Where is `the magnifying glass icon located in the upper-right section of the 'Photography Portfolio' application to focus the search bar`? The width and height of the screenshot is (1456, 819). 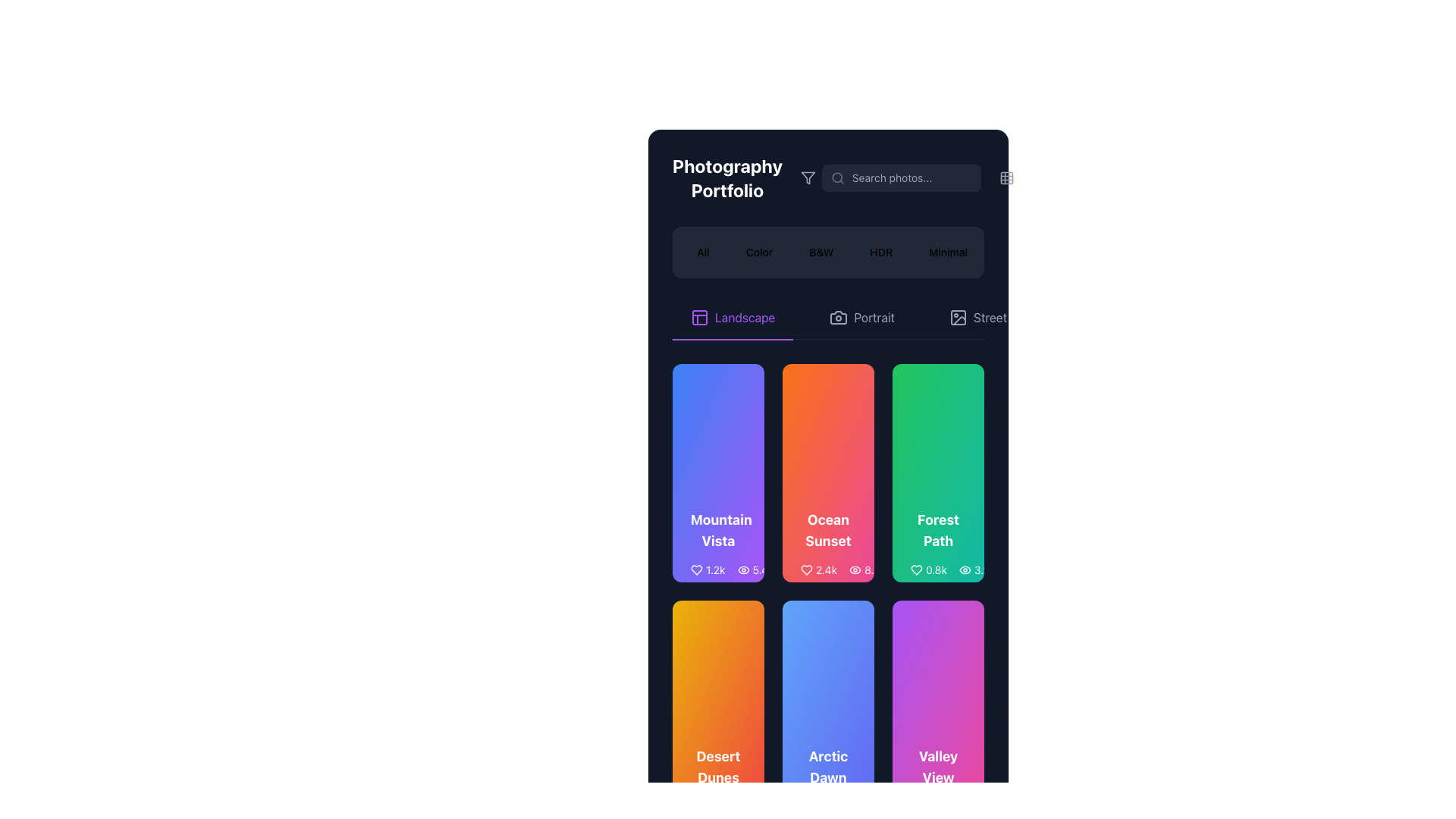 the magnifying glass icon located in the upper-right section of the 'Photography Portfolio' application to focus the search bar is located at coordinates (836, 177).